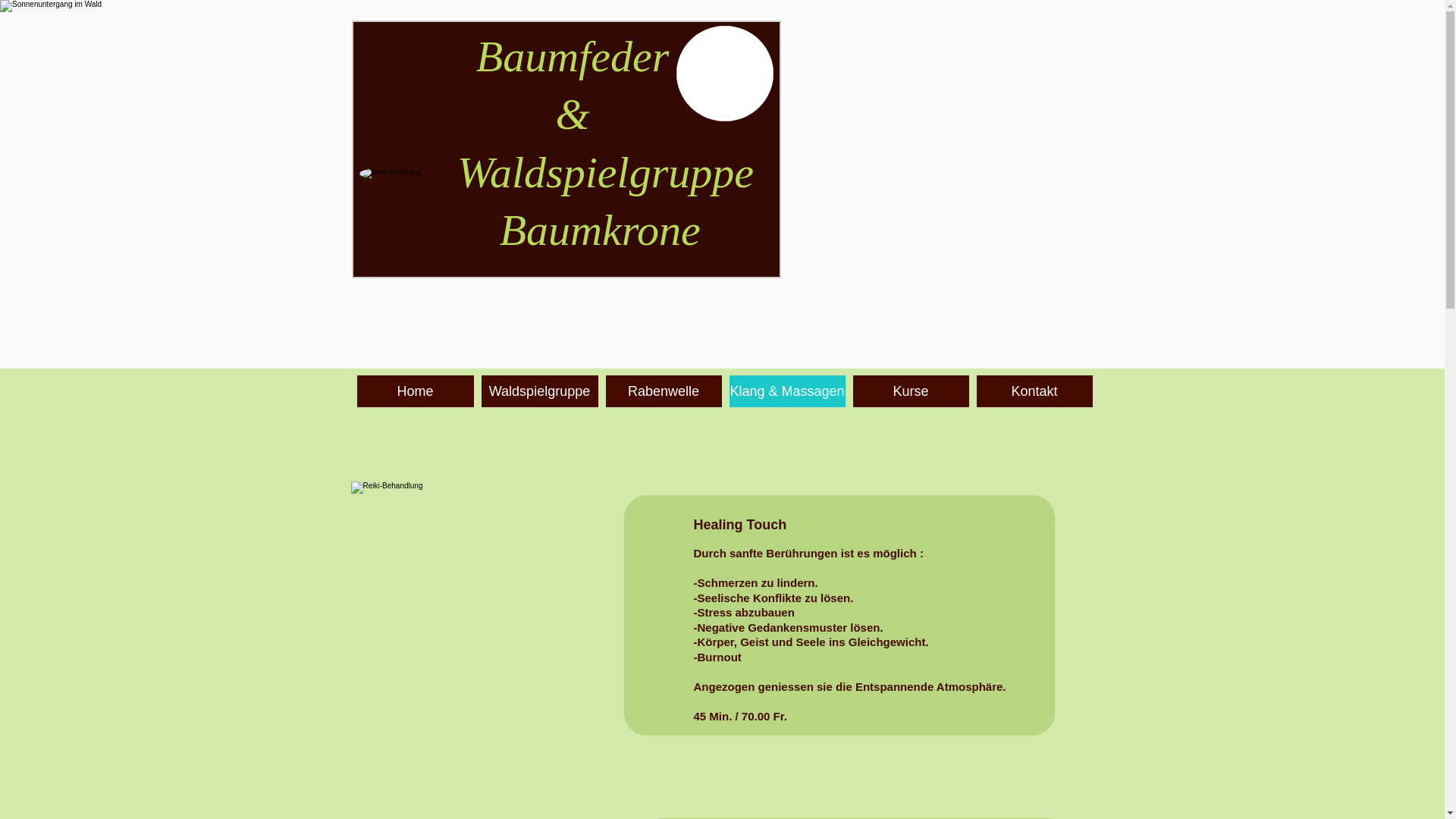 Image resolution: width=1456 pixels, height=819 pixels. I want to click on 'Home', so click(415, 391).